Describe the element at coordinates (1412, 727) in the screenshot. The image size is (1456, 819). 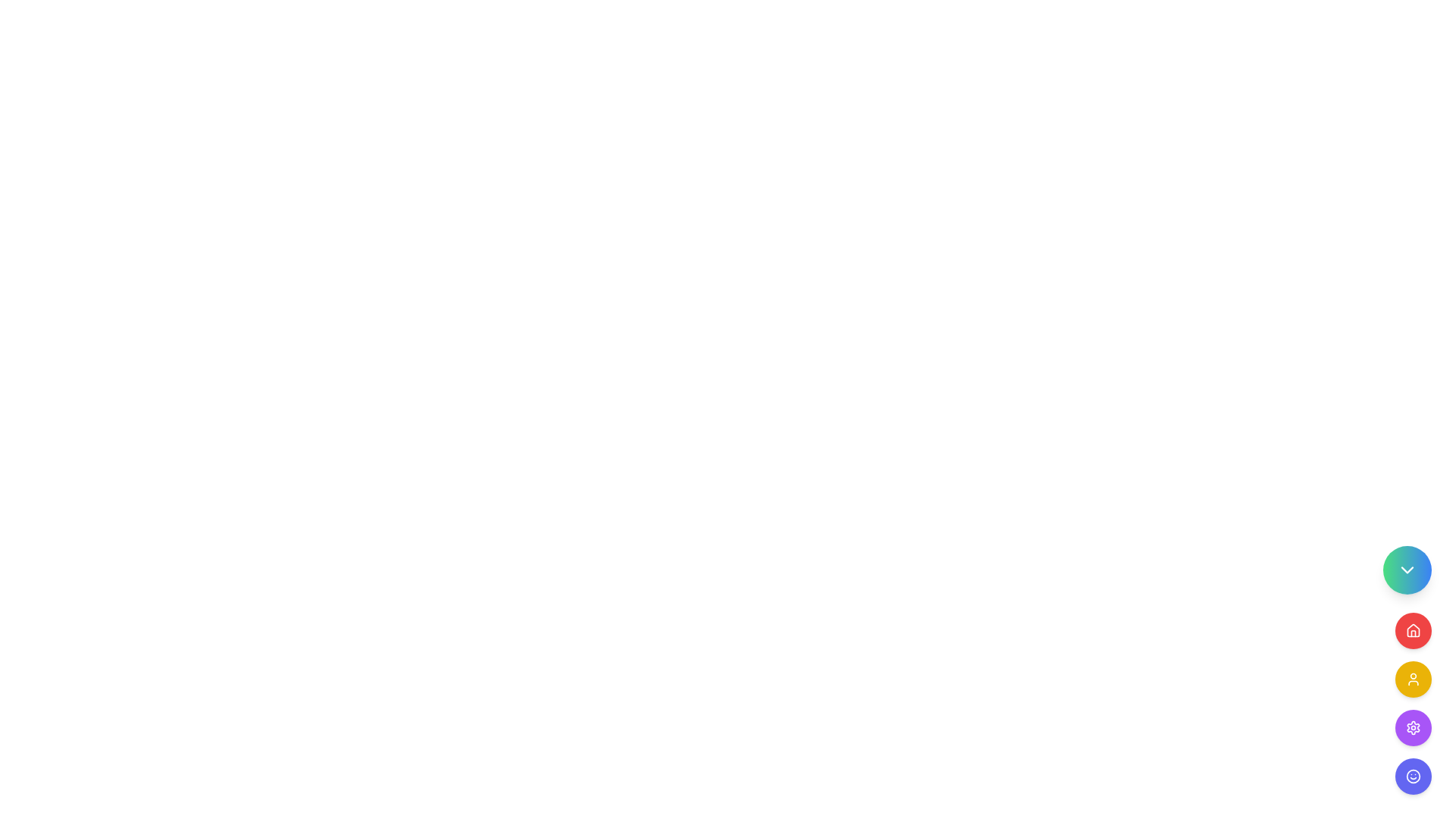
I see `the settings gear icon located in the middle-left of the vertical action menu` at that location.